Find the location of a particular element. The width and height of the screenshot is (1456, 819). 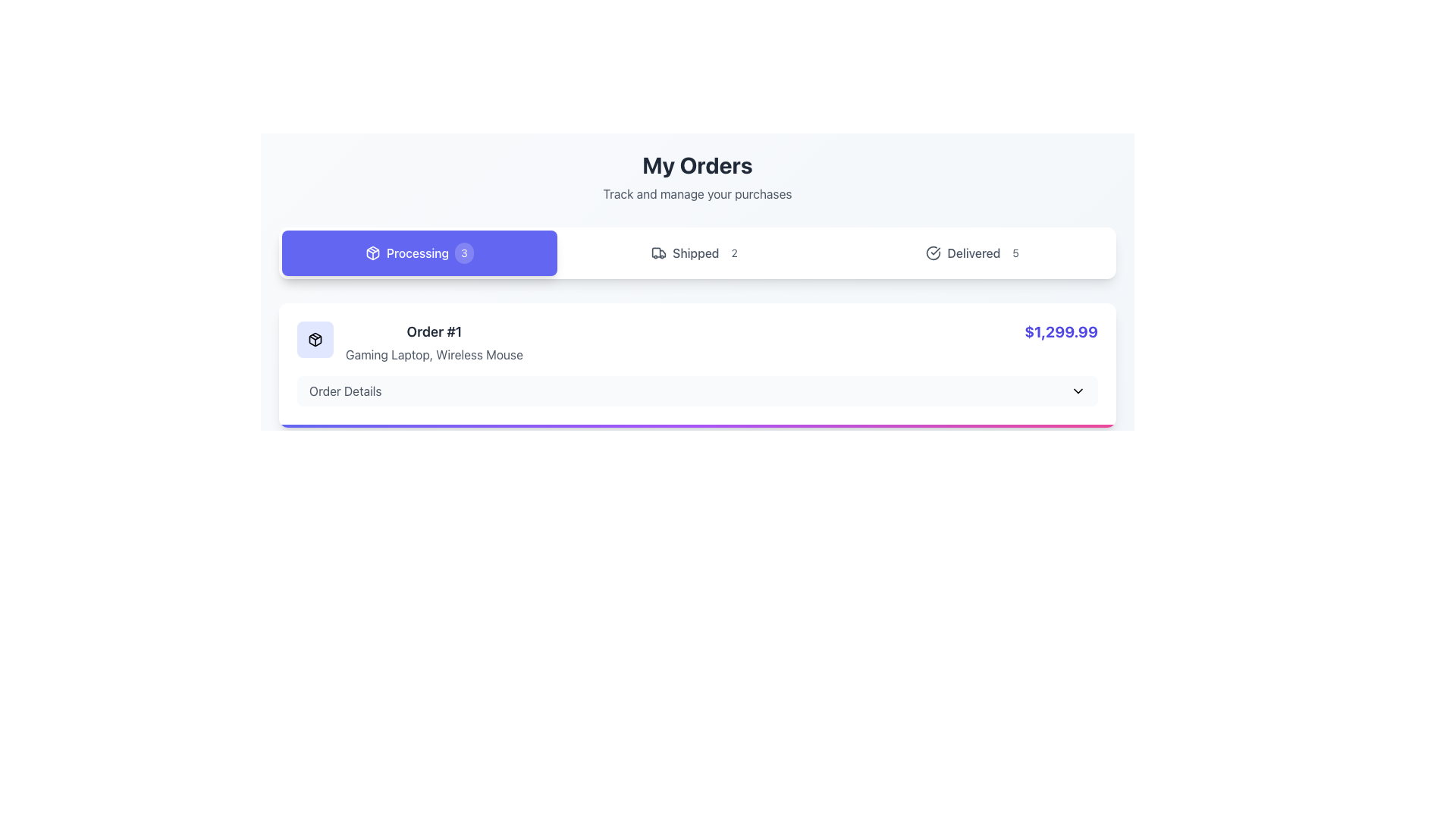

the static text label that provides a quick overview of the products associated with Order #1, located below the 'Order #1' heading and above the 'Order Details' link is located at coordinates (433, 354).